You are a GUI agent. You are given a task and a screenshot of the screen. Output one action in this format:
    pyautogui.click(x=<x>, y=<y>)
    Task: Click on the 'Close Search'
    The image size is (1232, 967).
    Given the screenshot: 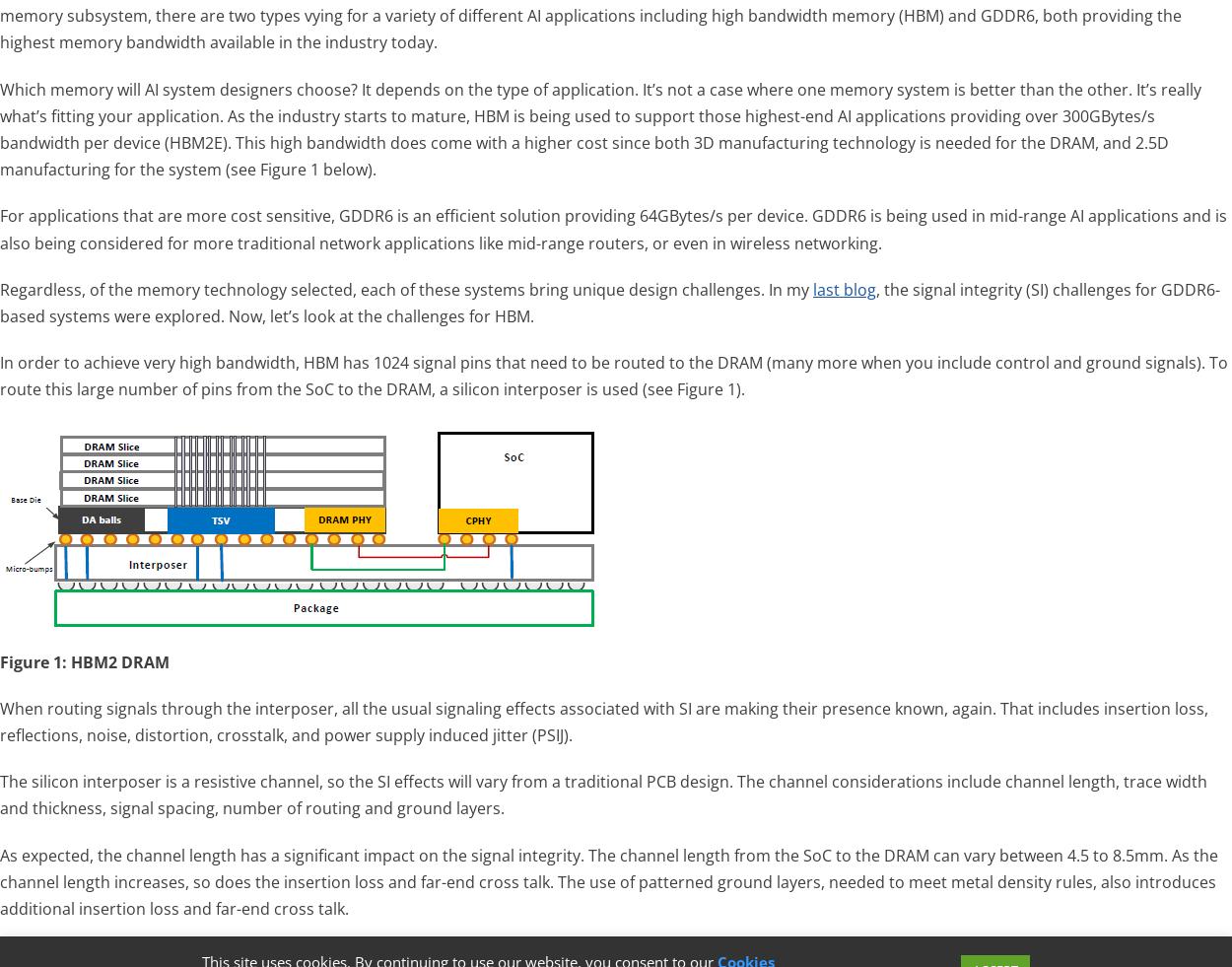 What is the action you would take?
    pyautogui.click(x=1163, y=897)
    